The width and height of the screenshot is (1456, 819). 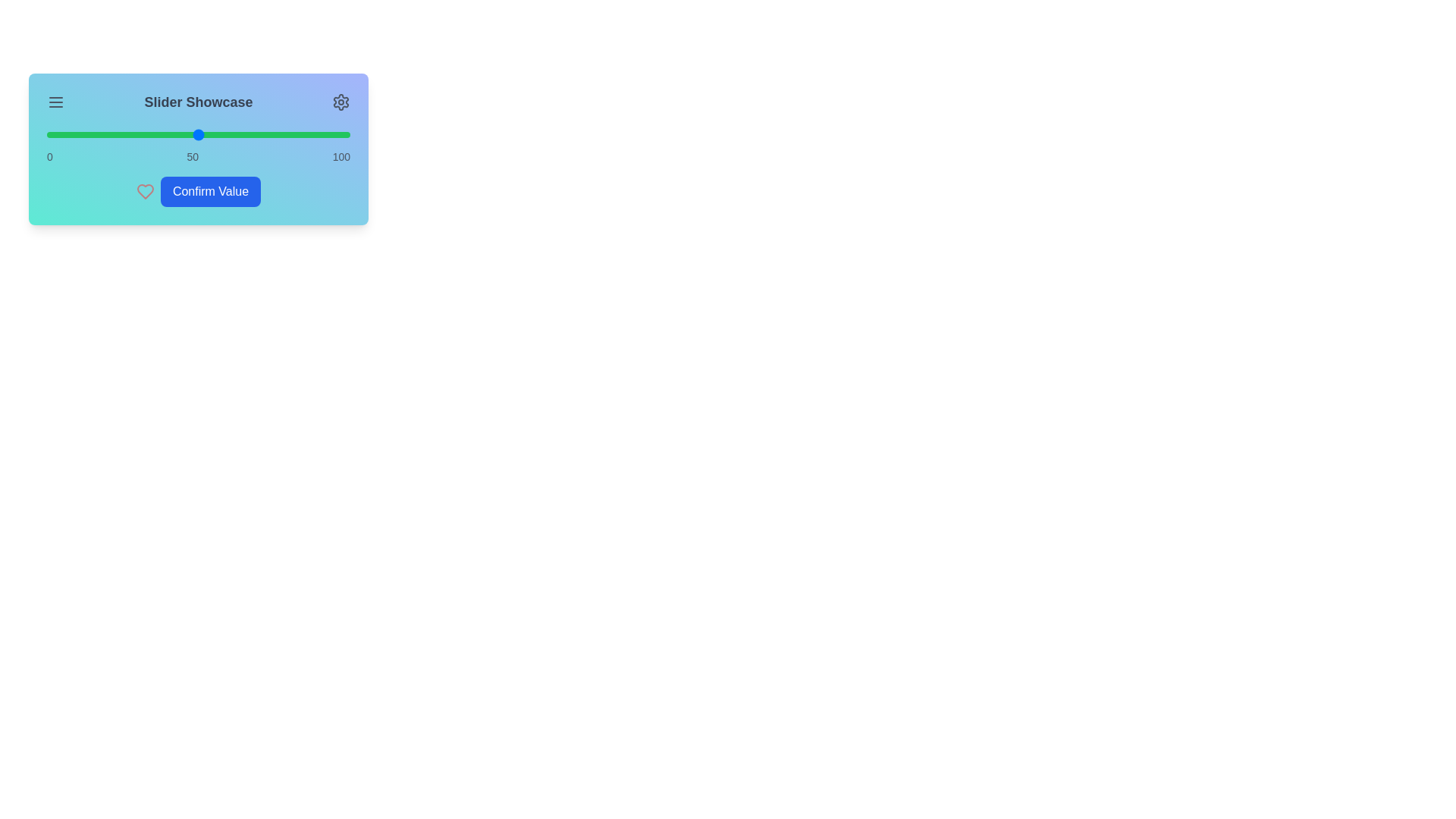 What do you see at coordinates (146, 191) in the screenshot?
I see `the Heart icon` at bounding box center [146, 191].